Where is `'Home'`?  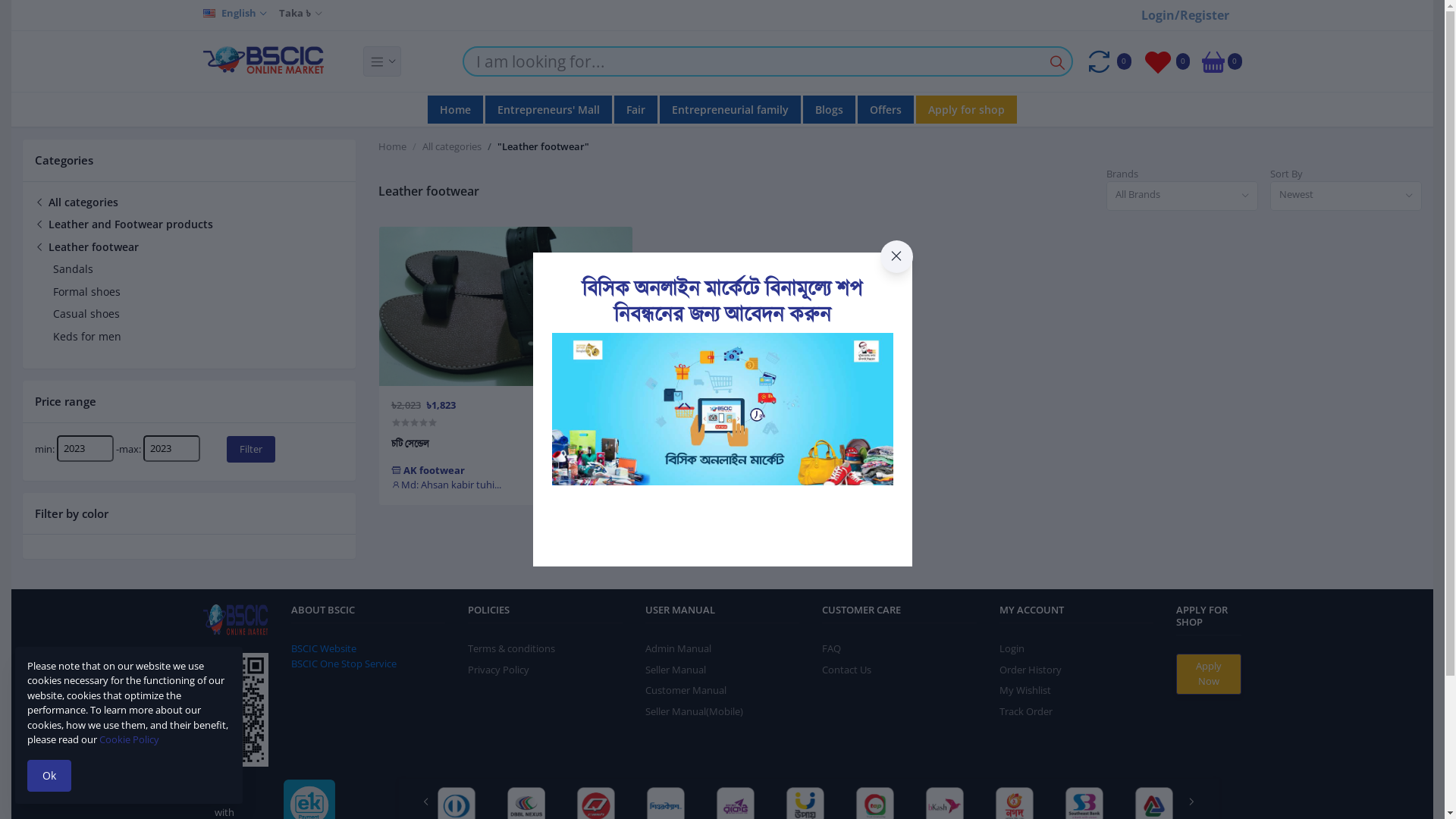 'Home' is located at coordinates (454, 108).